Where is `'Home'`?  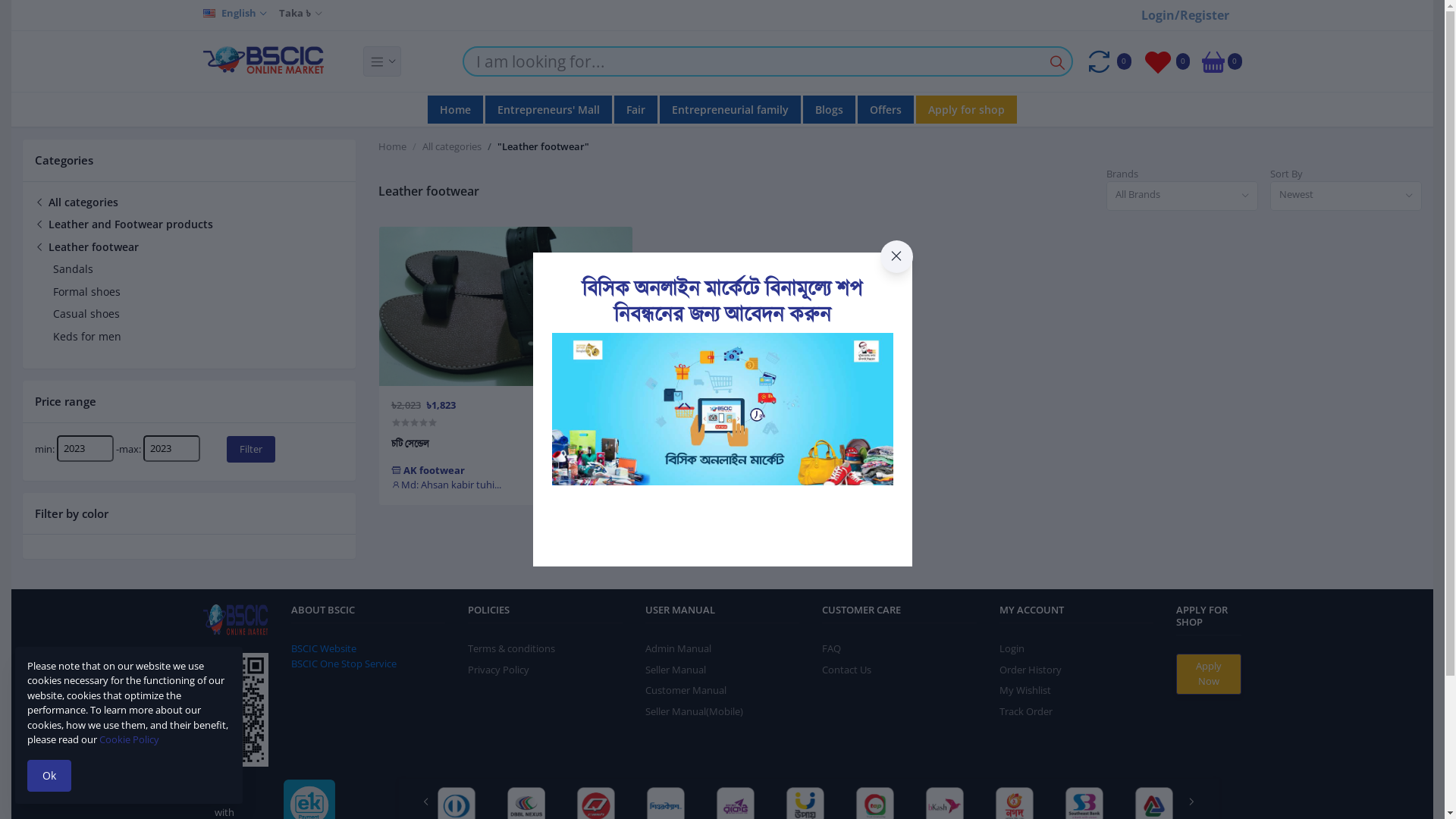 'Home' is located at coordinates (454, 108).